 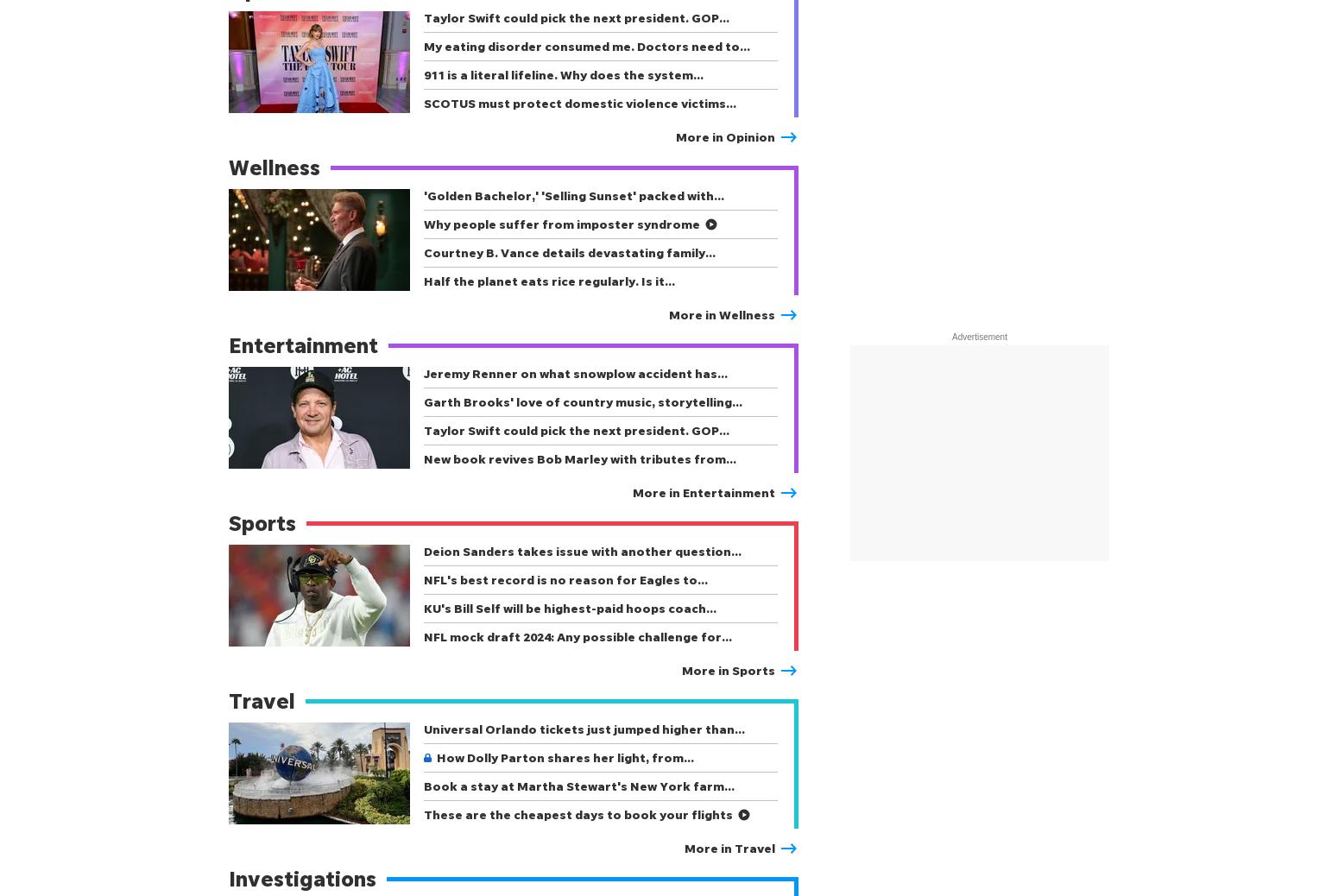 I want to click on 'KU's Bill Self will be highest-paid hoops coach…', so click(x=569, y=607).